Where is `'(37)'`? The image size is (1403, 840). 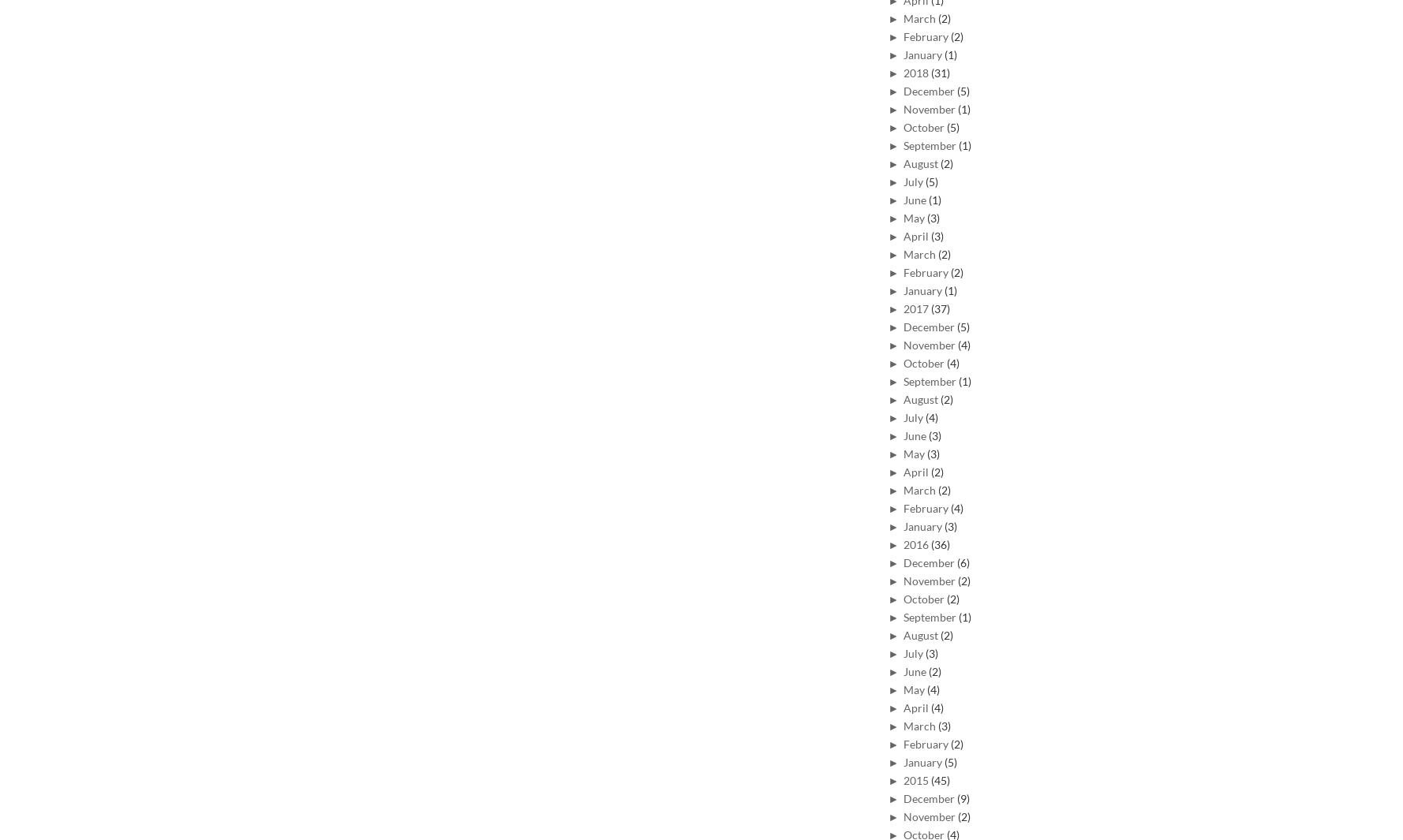 '(37)' is located at coordinates (940, 307).